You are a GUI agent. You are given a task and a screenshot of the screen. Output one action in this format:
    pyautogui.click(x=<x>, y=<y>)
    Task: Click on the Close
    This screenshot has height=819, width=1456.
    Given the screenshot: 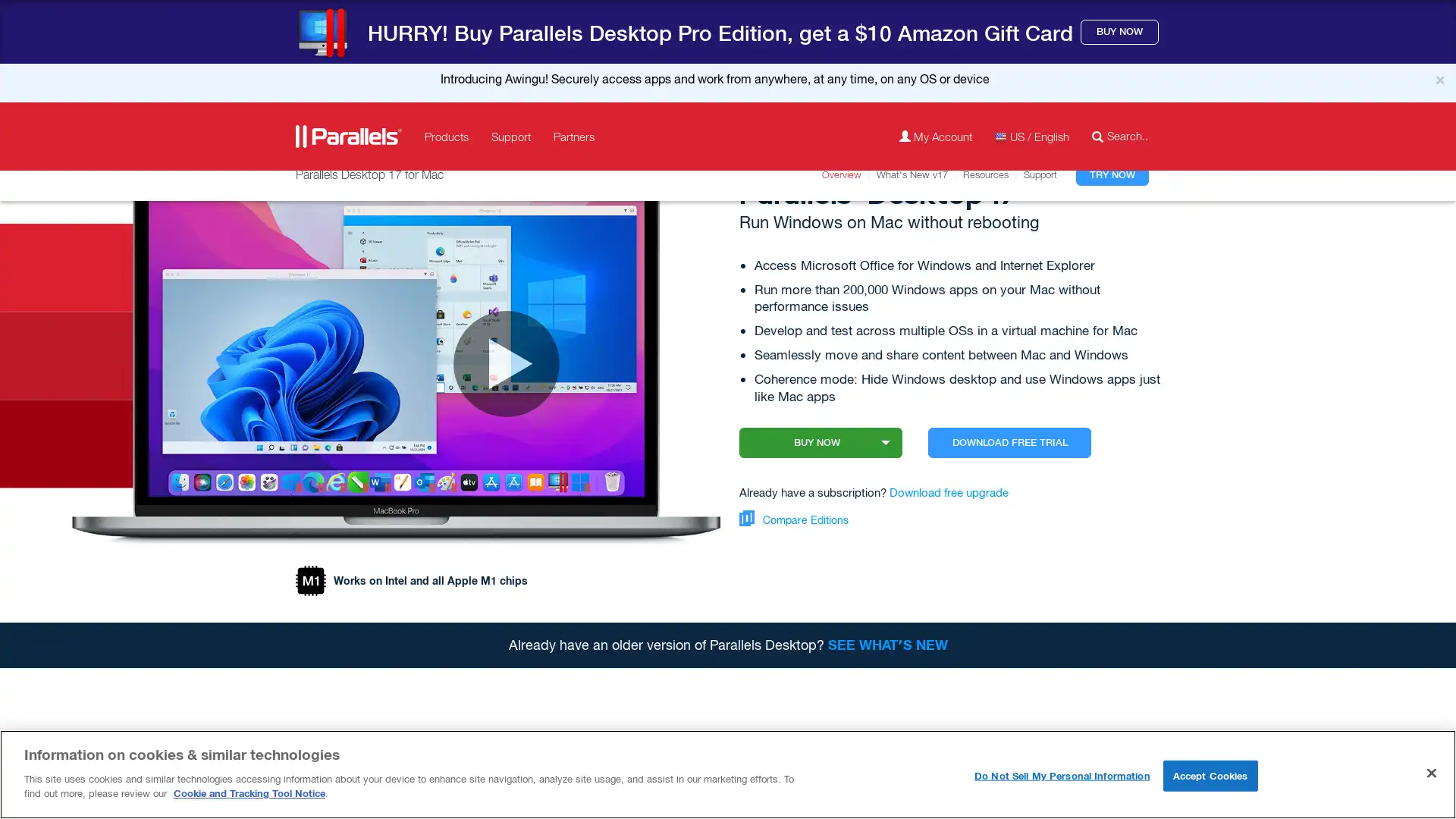 What is the action you would take?
    pyautogui.click(x=1439, y=146)
    